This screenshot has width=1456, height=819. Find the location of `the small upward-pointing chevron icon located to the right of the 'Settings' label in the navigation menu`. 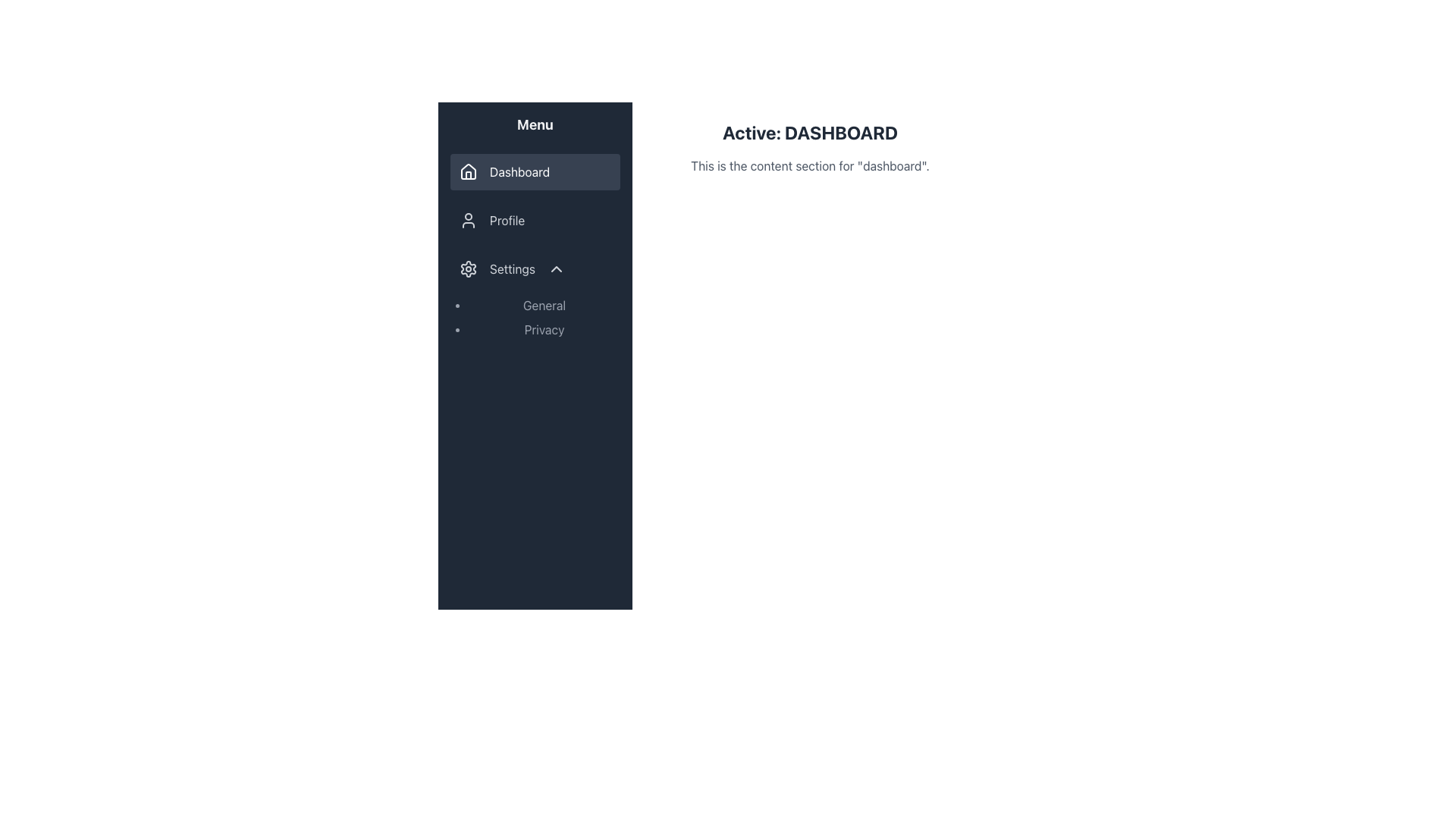

the small upward-pointing chevron icon located to the right of the 'Settings' label in the navigation menu is located at coordinates (555, 268).